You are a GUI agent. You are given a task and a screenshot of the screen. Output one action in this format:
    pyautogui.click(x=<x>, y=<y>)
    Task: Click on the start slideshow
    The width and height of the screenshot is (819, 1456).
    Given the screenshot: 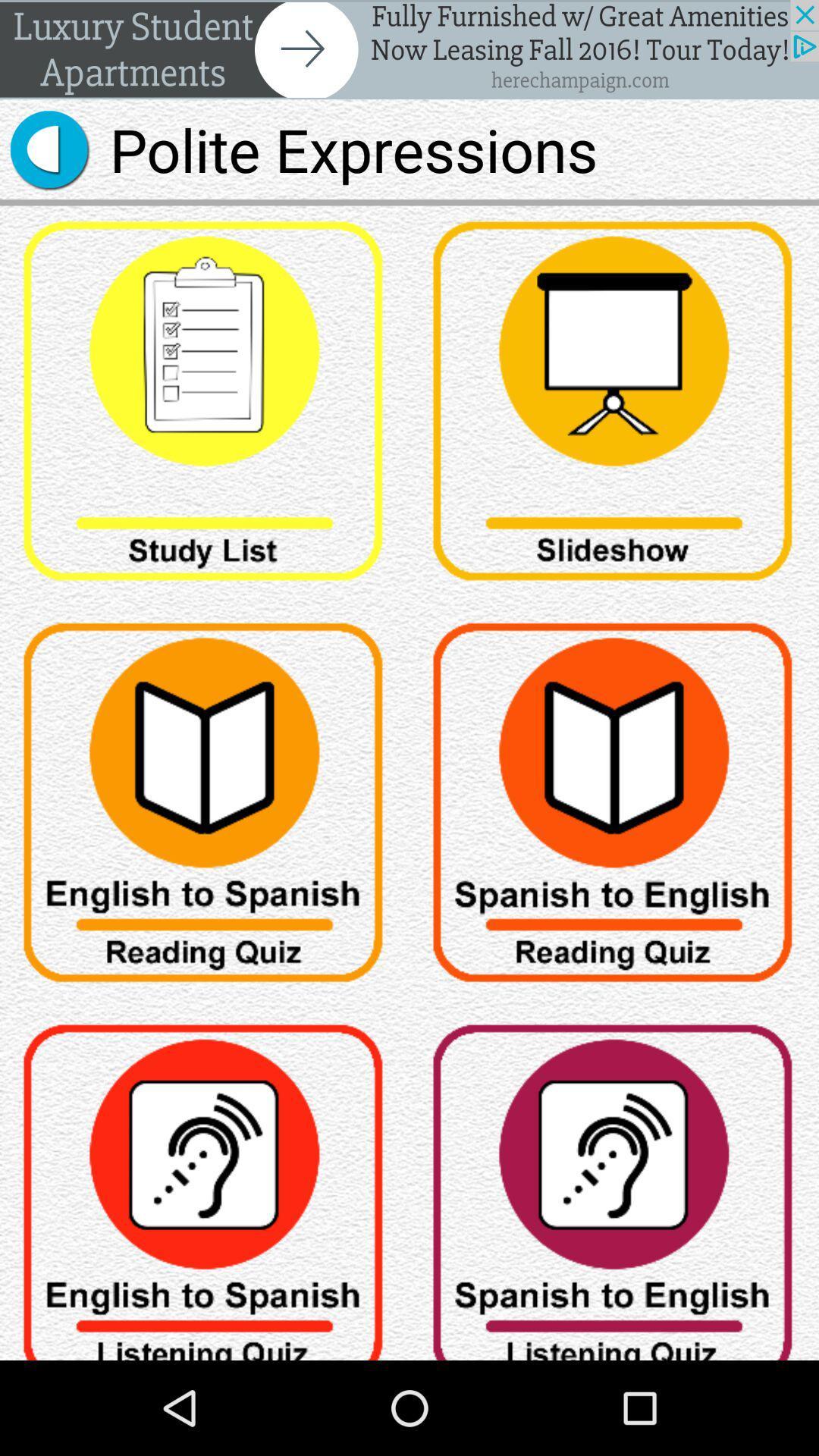 What is the action you would take?
    pyautogui.click(x=614, y=406)
    